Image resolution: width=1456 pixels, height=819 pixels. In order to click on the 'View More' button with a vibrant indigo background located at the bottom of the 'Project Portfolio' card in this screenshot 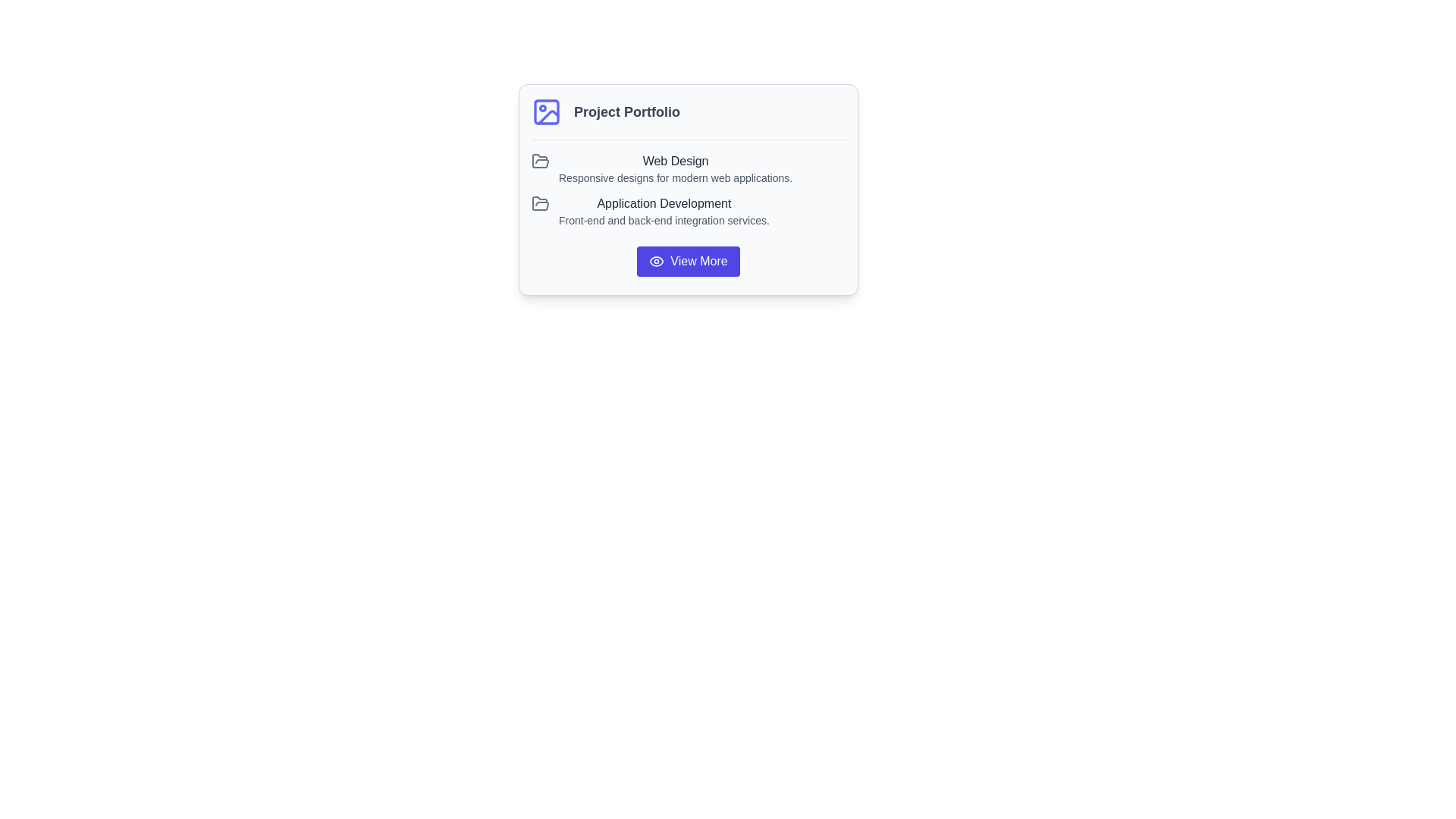, I will do `click(687, 260)`.